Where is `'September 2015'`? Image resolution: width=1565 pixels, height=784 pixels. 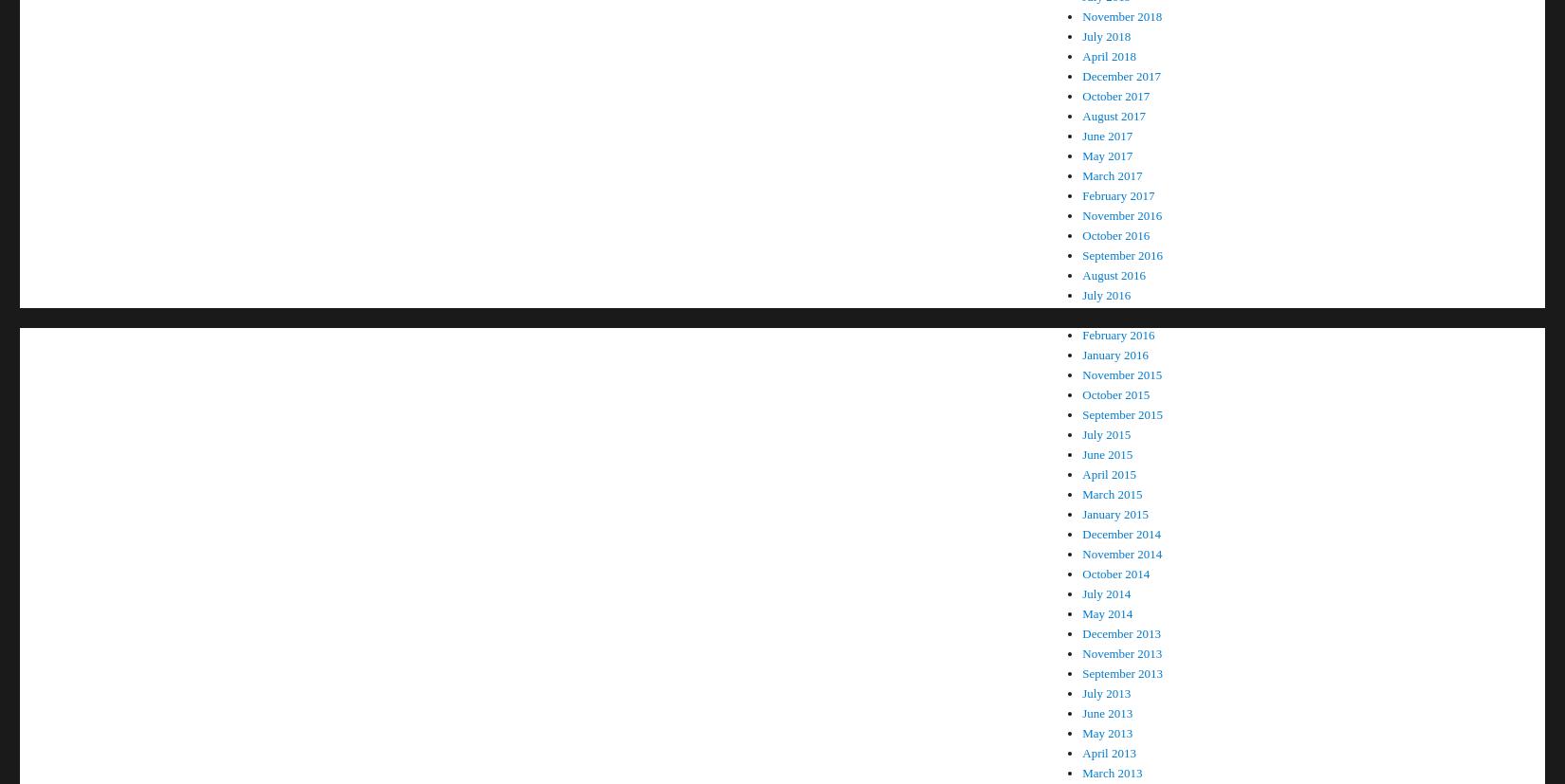 'September 2015' is located at coordinates (1122, 413).